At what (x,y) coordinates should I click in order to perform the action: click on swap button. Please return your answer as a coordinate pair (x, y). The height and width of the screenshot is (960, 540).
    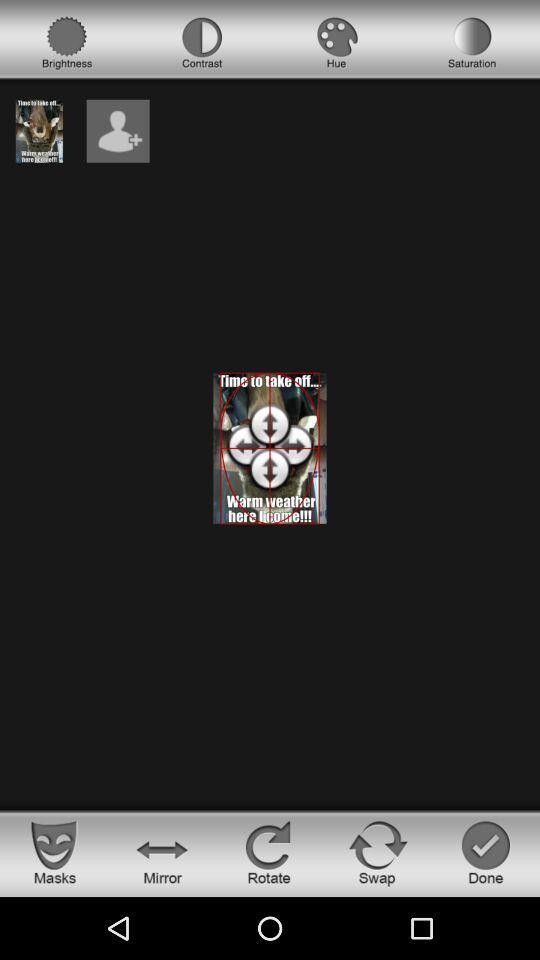
    Looking at the image, I should click on (378, 851).